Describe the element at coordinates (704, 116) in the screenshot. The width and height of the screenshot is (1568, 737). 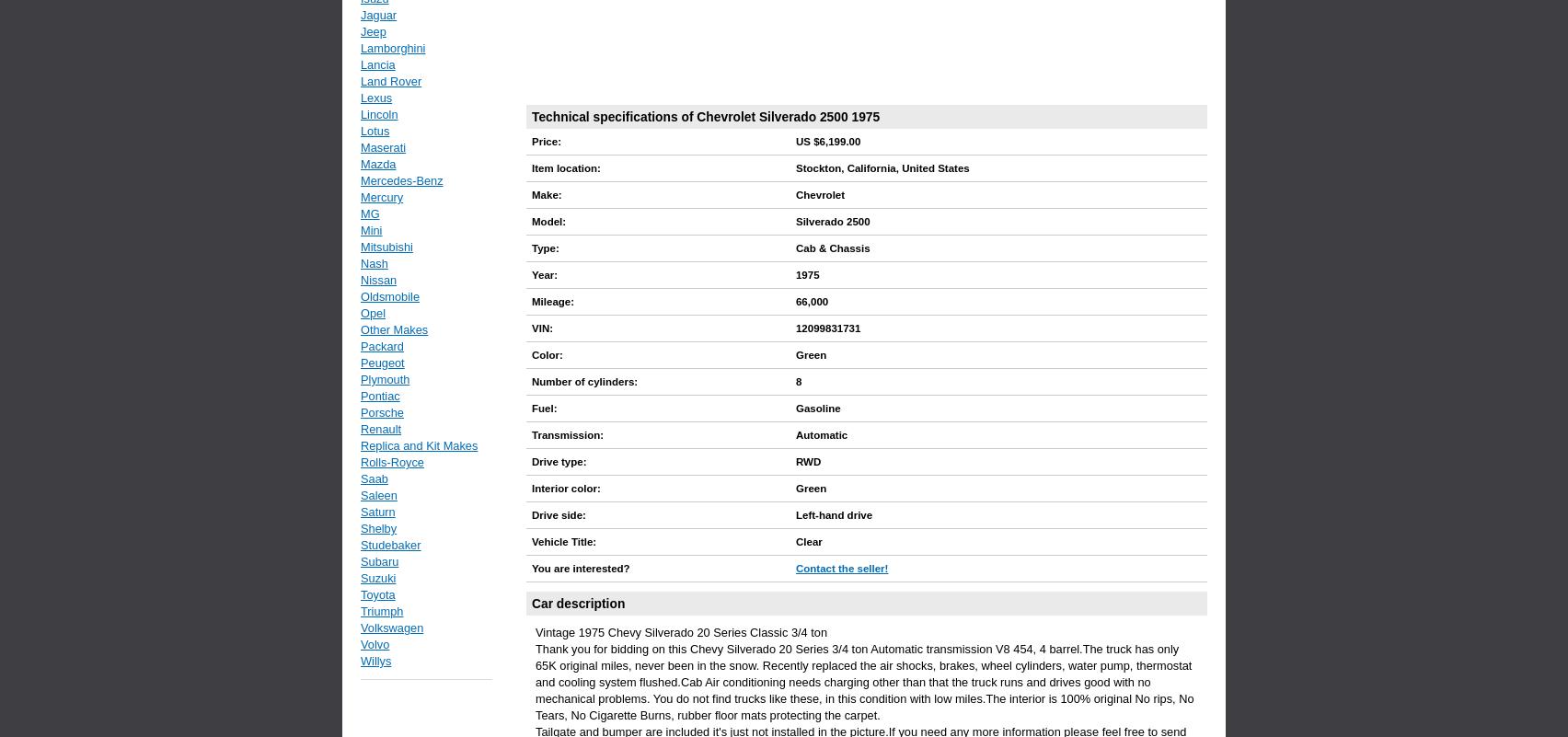
I see `'Technical specifications of Chevrolet Silverado 2500 1975'` at that location.